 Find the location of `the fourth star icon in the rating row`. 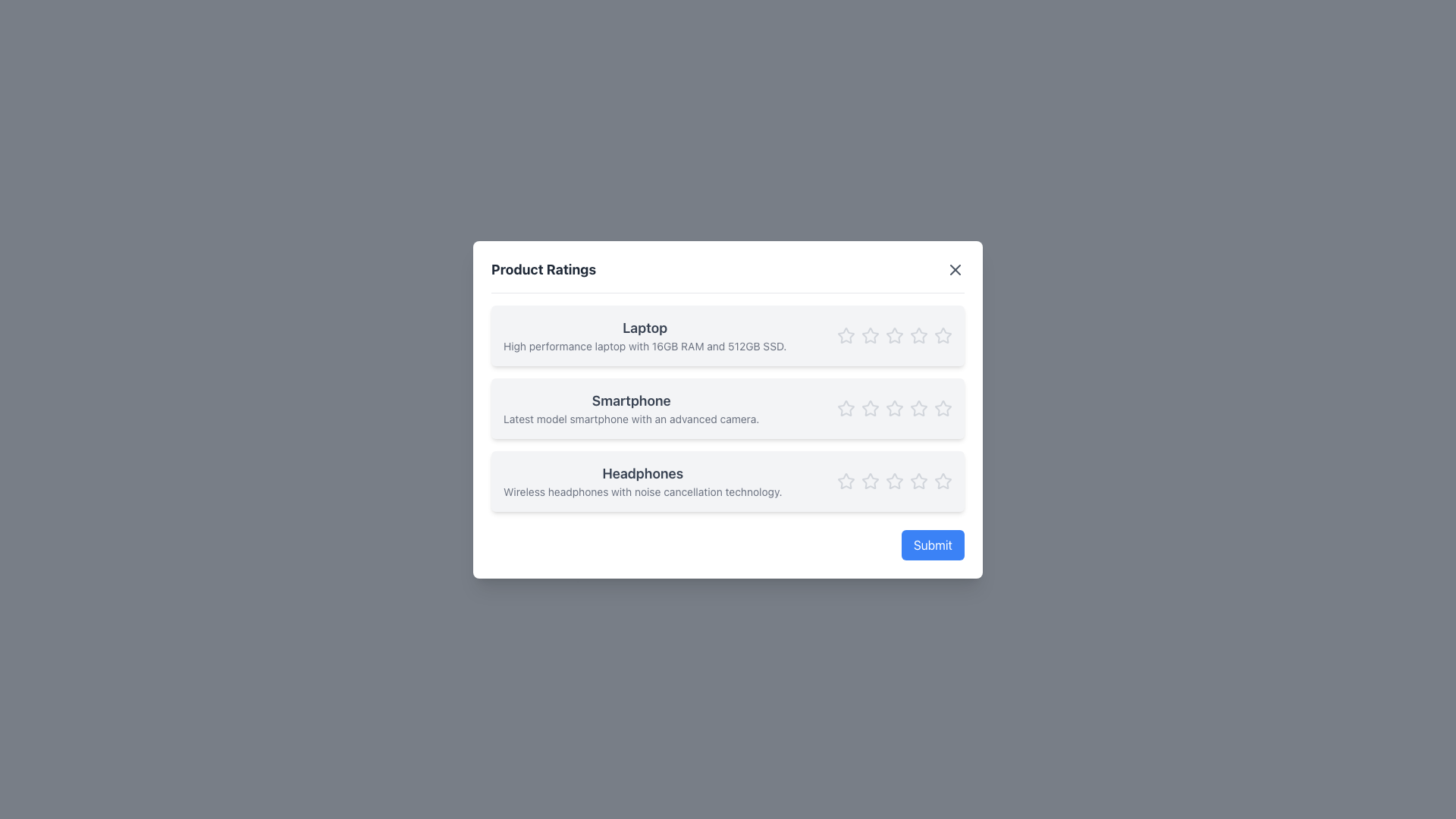

the fourth star icon in the rating row is located at coordinates (894, 334).